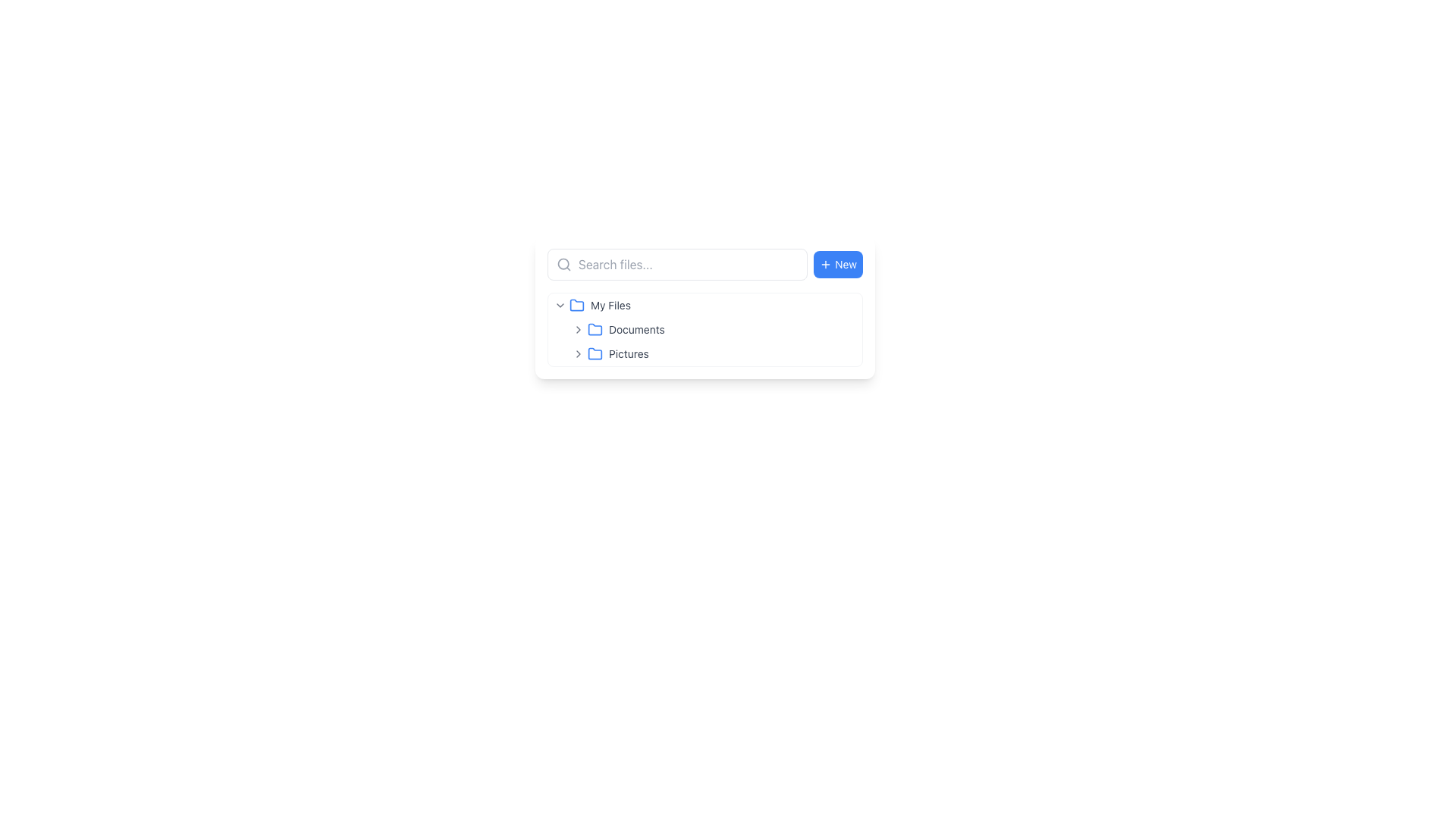 This screenshot has width=1456, height=819. I want to click on properties of the circular graphical element that is part of the search icon in the input field labeled 'Search files...', so click(563, 263).